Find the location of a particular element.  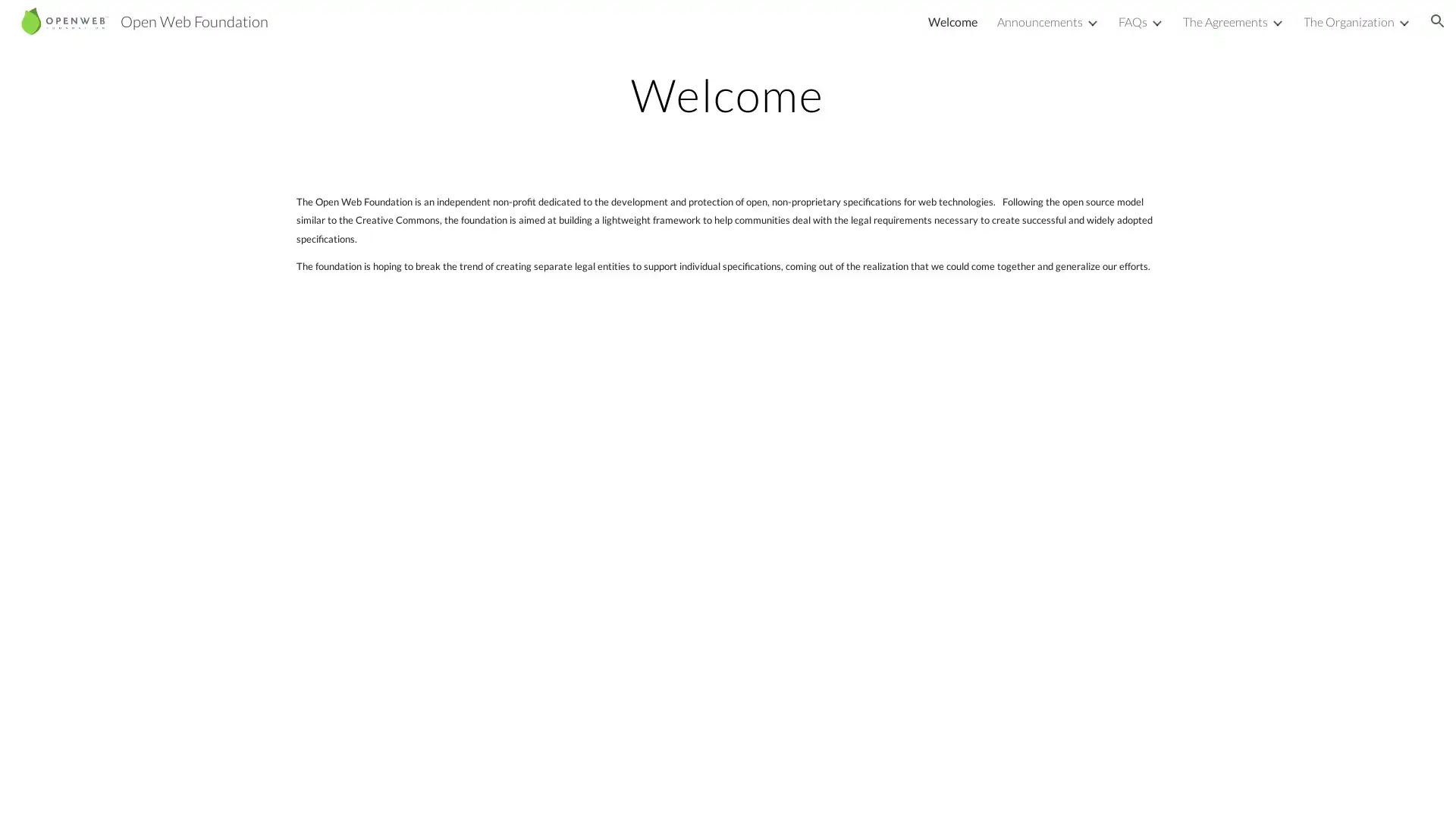

Report abuse is located at coordinates (182, 792).